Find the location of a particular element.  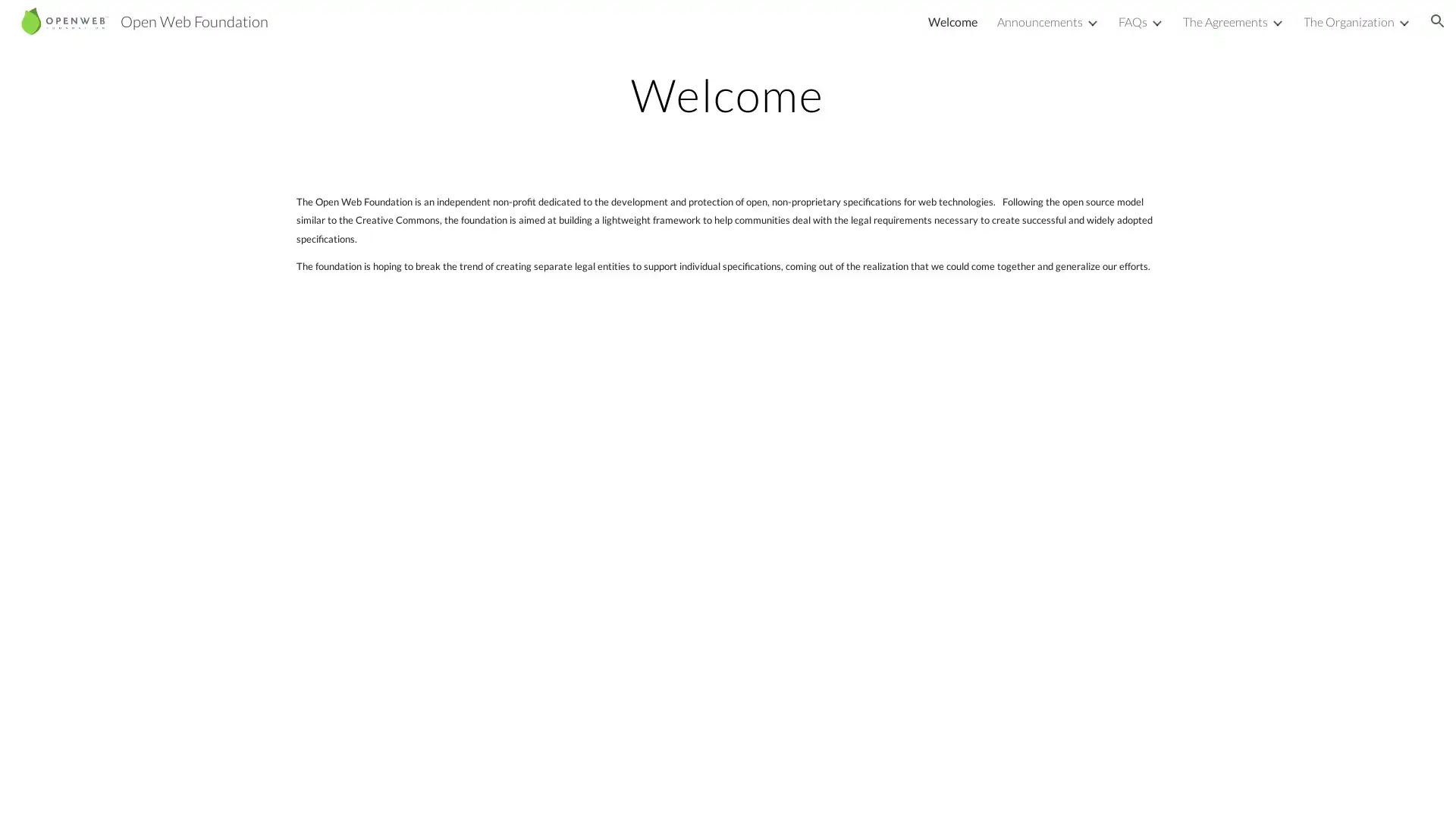

Report abuse is located at coordinates (182, 792).